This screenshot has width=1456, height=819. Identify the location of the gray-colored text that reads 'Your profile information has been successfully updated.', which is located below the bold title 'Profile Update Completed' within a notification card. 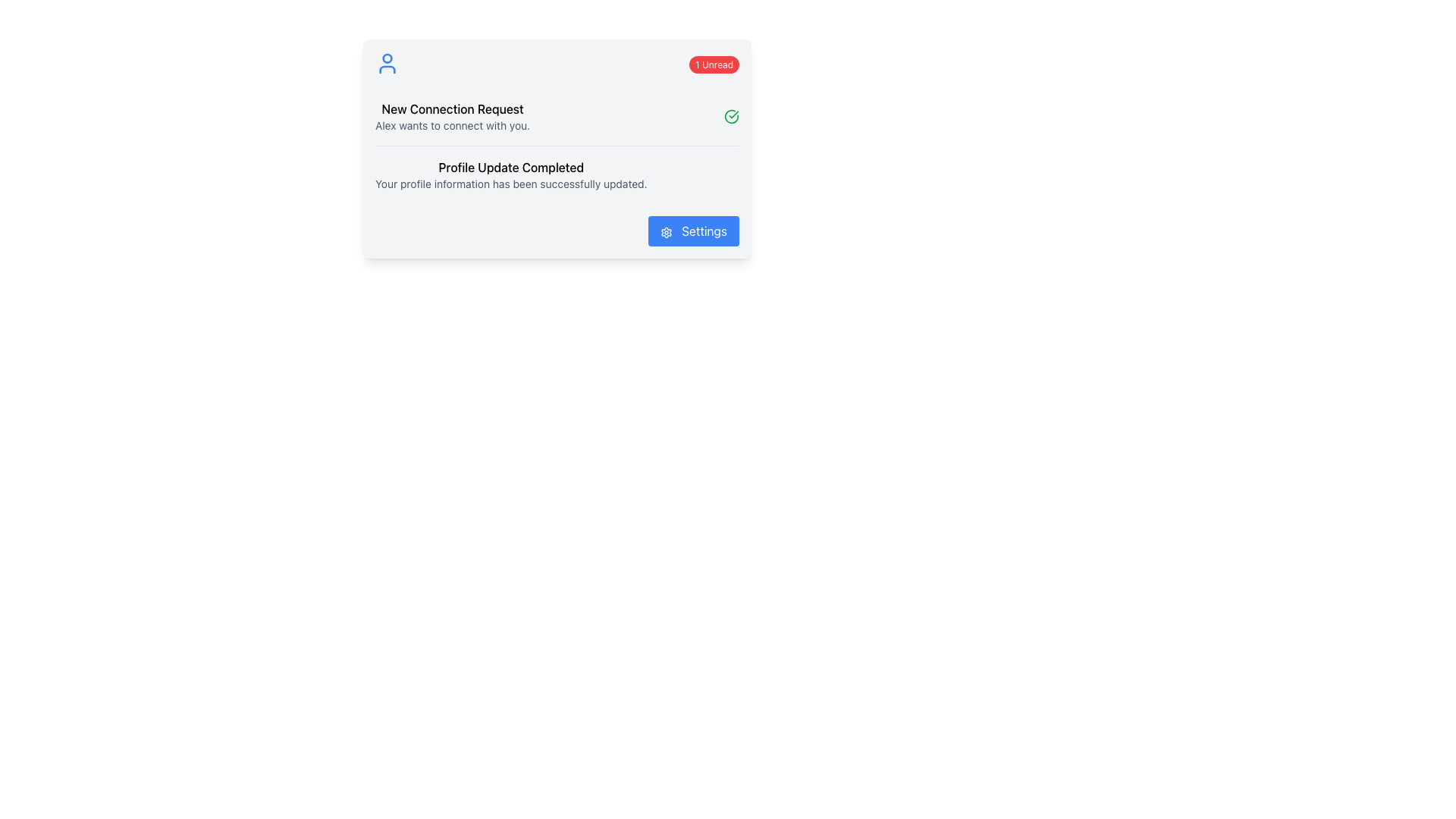
(511, 184).